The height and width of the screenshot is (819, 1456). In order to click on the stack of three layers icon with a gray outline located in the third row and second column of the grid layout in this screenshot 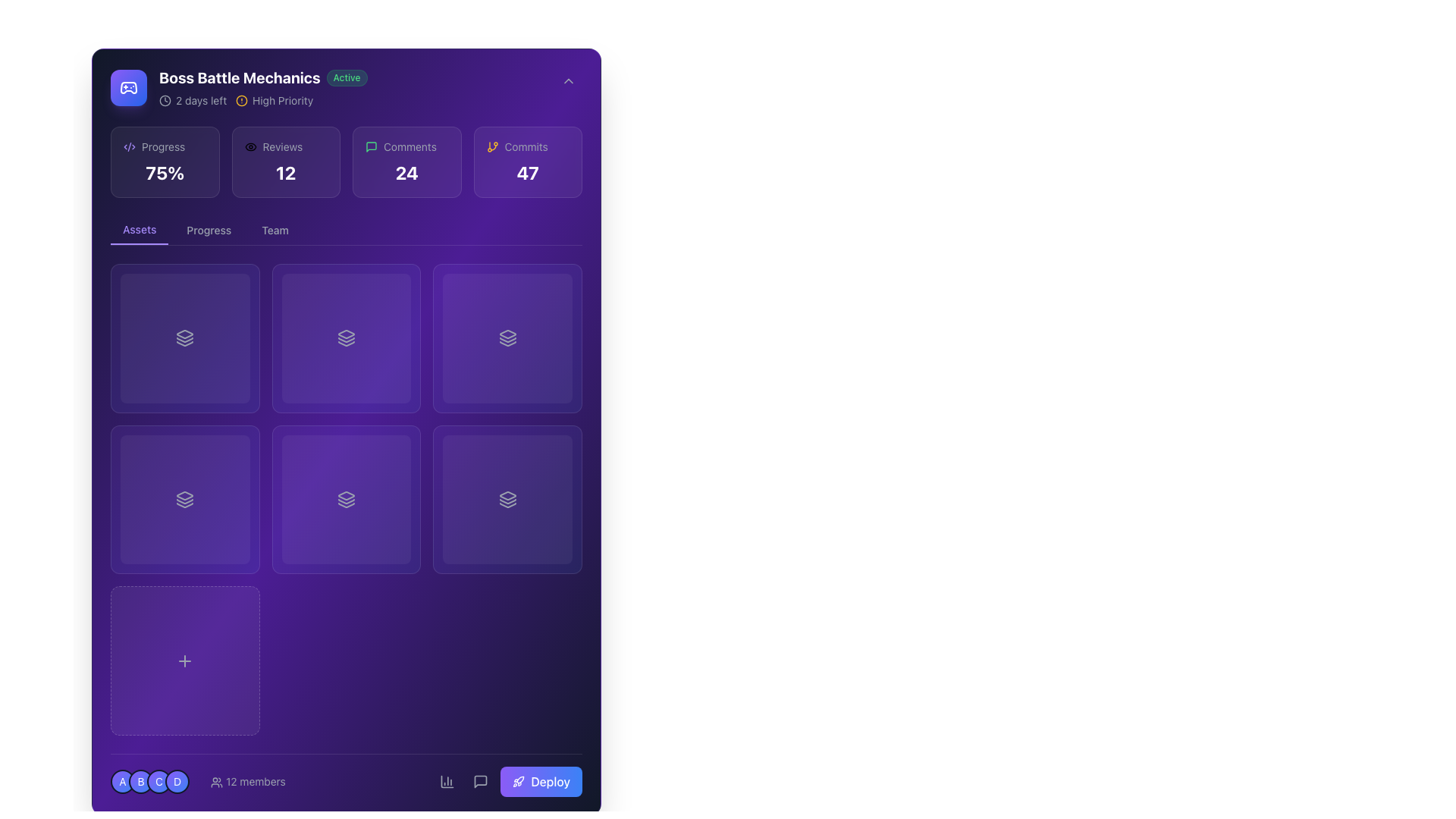, I will do `click(507, 500)`.